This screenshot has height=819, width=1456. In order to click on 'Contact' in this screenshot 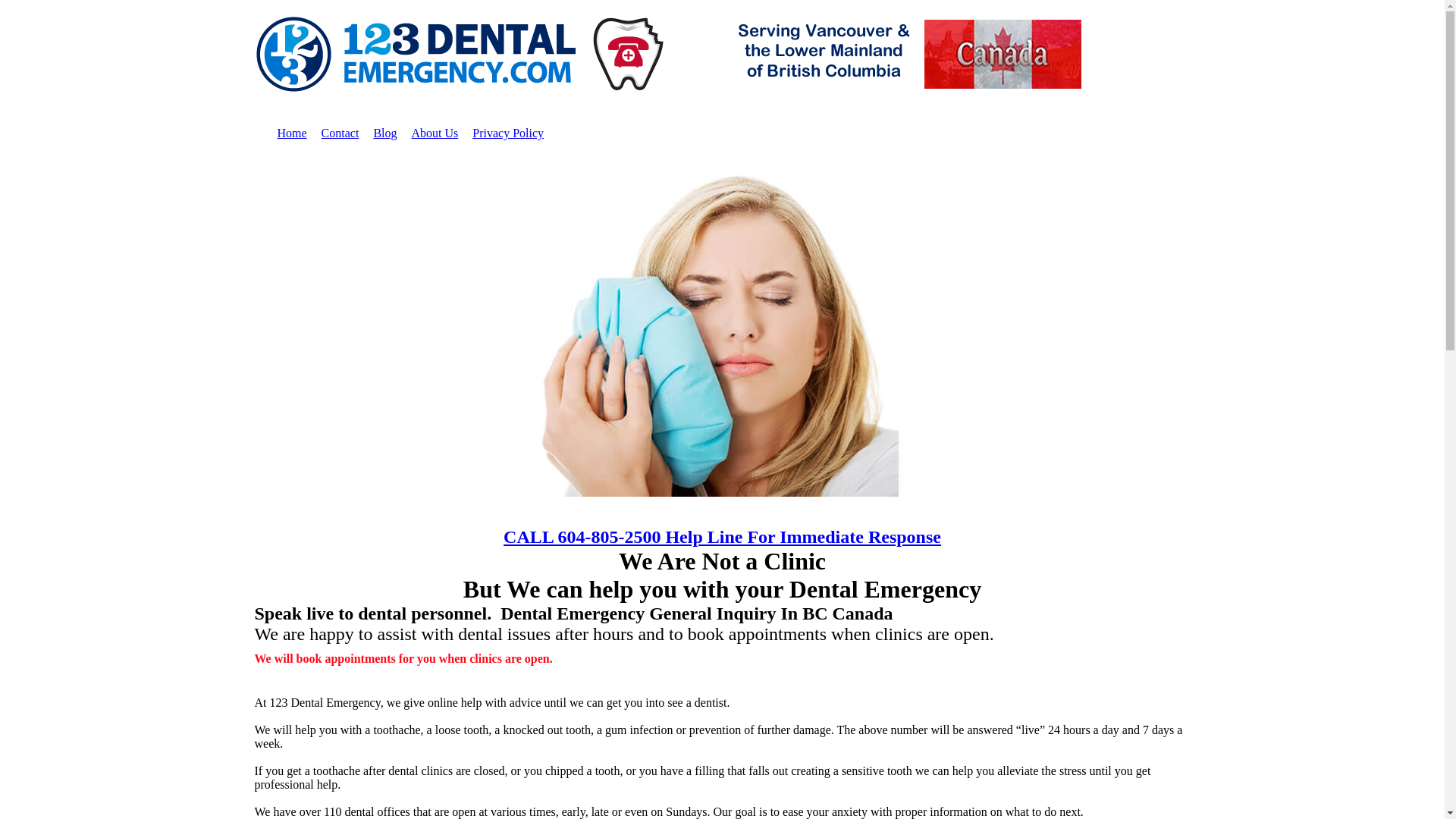, I will do `click(340, 132)`.